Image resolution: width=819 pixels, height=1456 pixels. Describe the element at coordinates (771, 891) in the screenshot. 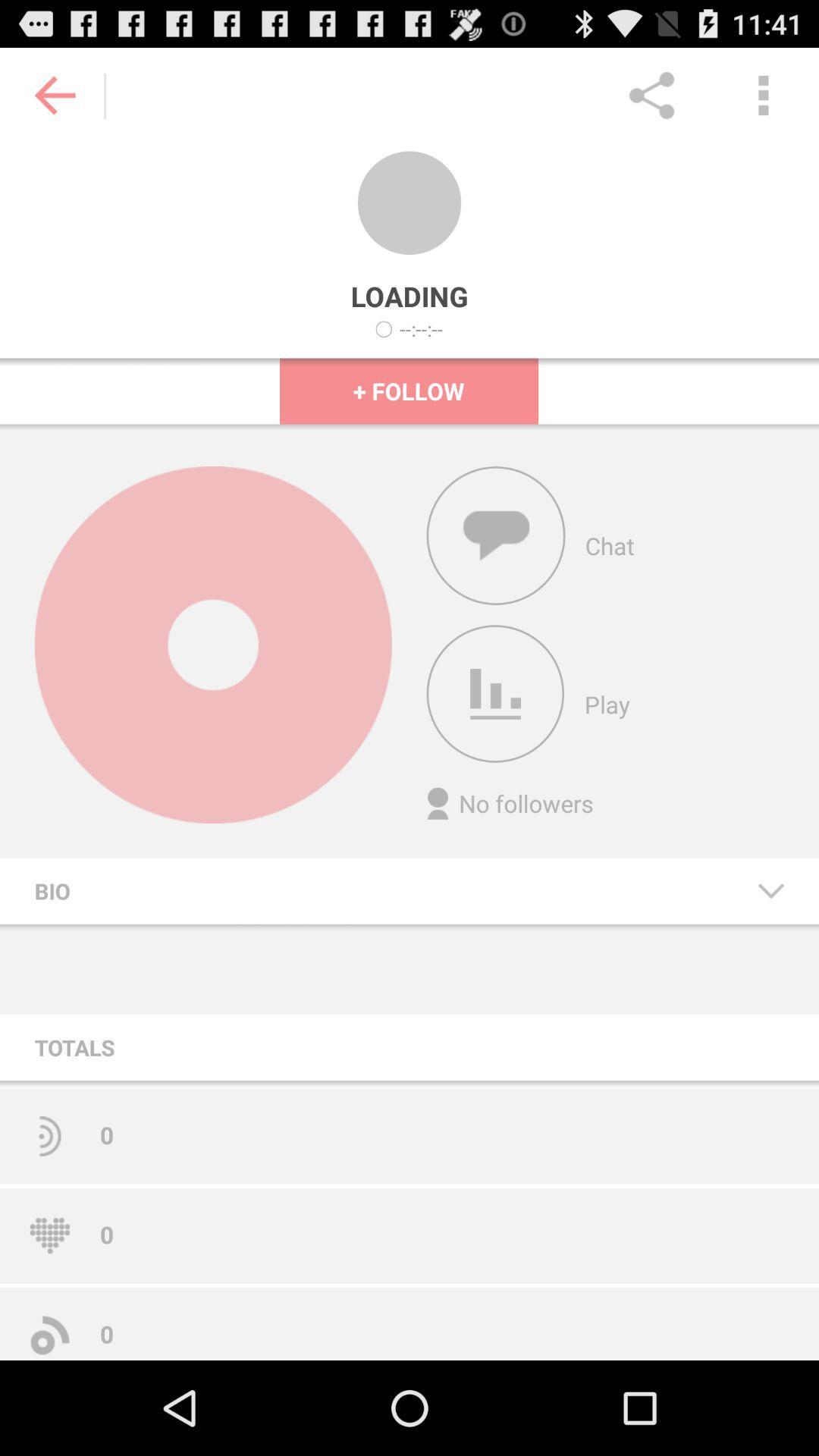

I see `the icon to the right of the bio` at that location.